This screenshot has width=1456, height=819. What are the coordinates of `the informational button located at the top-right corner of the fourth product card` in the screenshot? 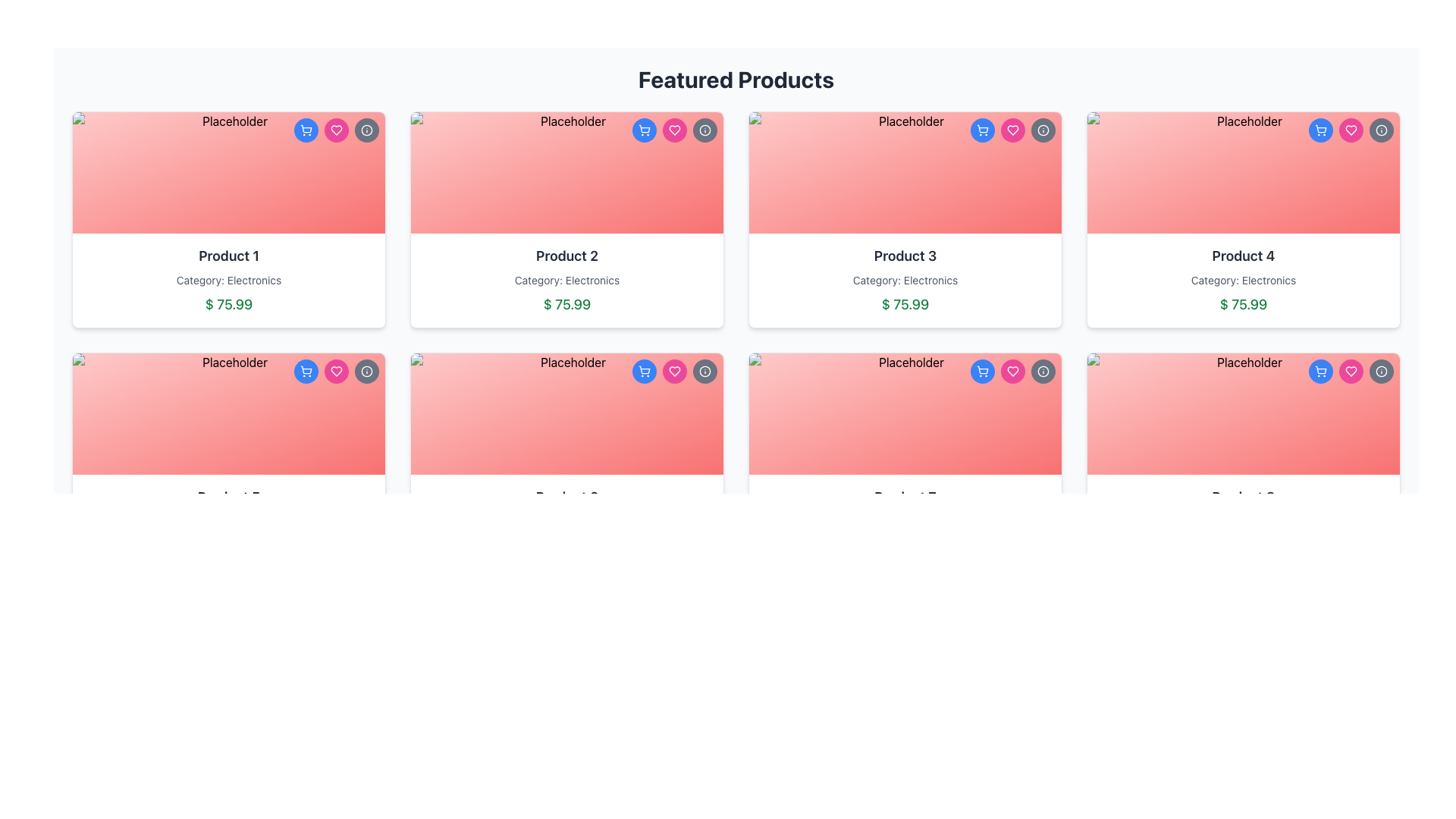 It's located at (1382, 130).